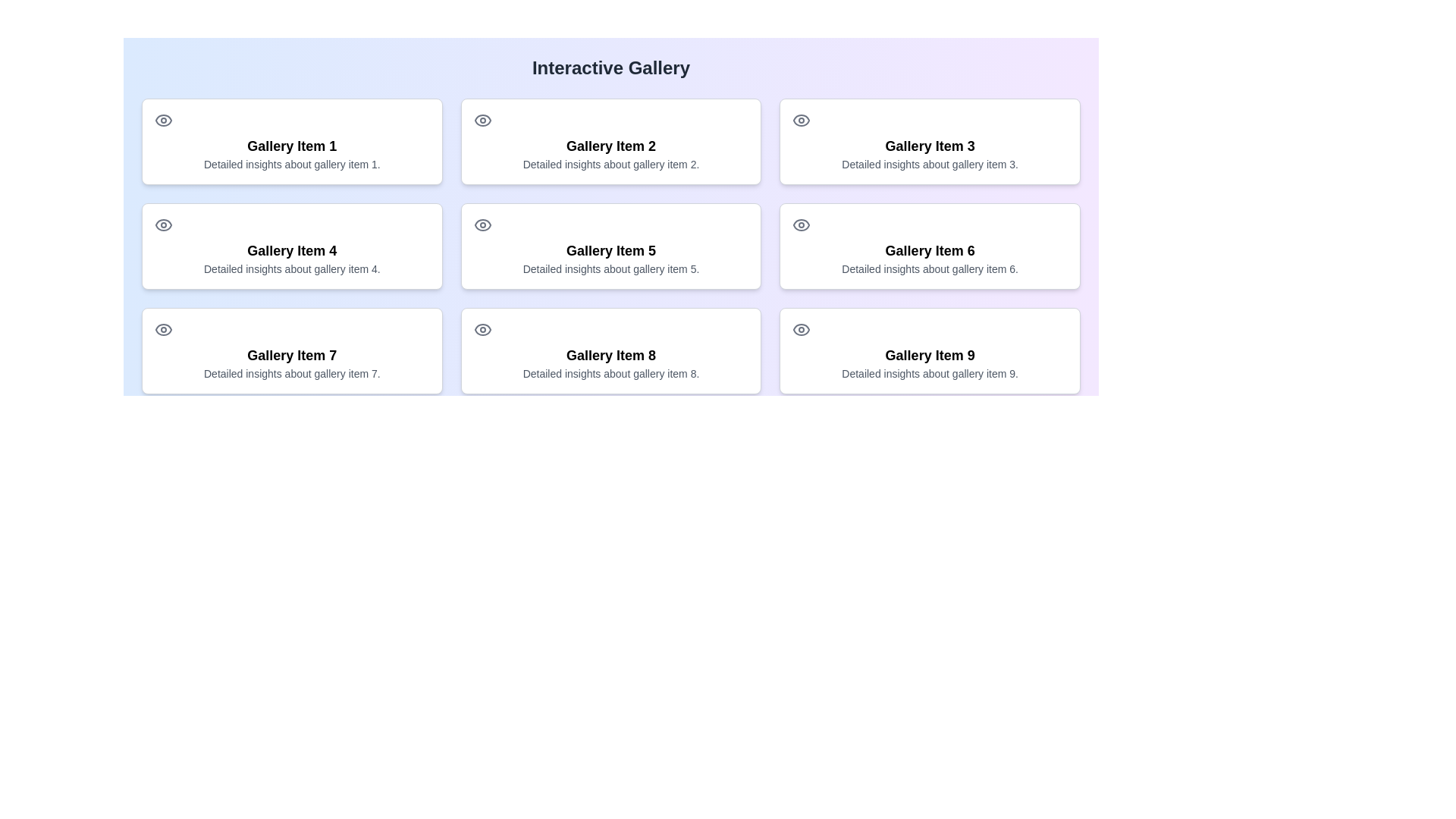 The height and width of the screenshot is (819, 1456). Describe the element at coordinates (164, 329) in the screenshot. I see `the eye icon located in the top-left corner of the card labeled 'Gallery Item 7' to indicate a viewing or preview function` at that location.